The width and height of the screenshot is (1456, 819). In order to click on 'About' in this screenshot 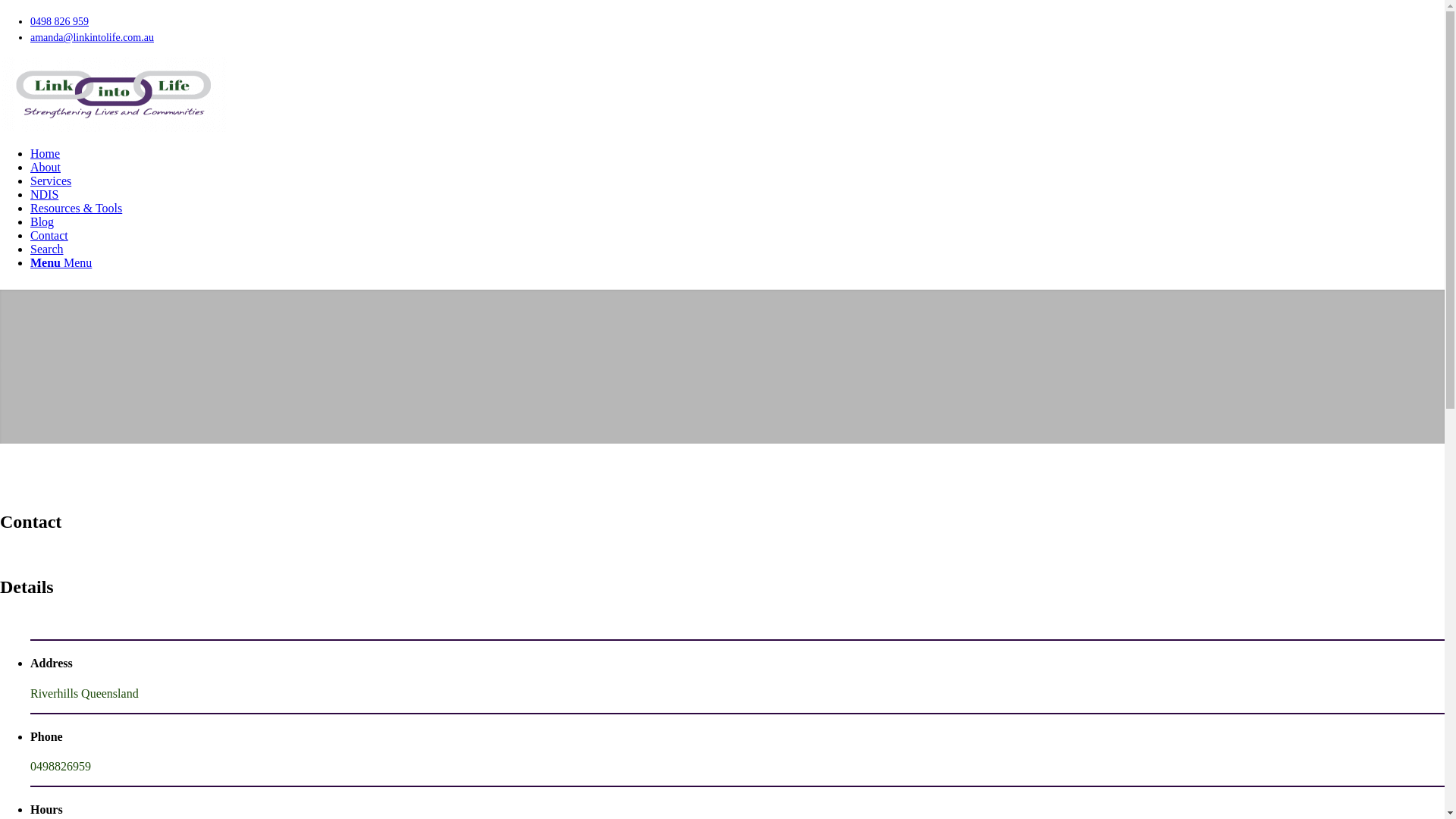, I will do `click(45, 167)`.